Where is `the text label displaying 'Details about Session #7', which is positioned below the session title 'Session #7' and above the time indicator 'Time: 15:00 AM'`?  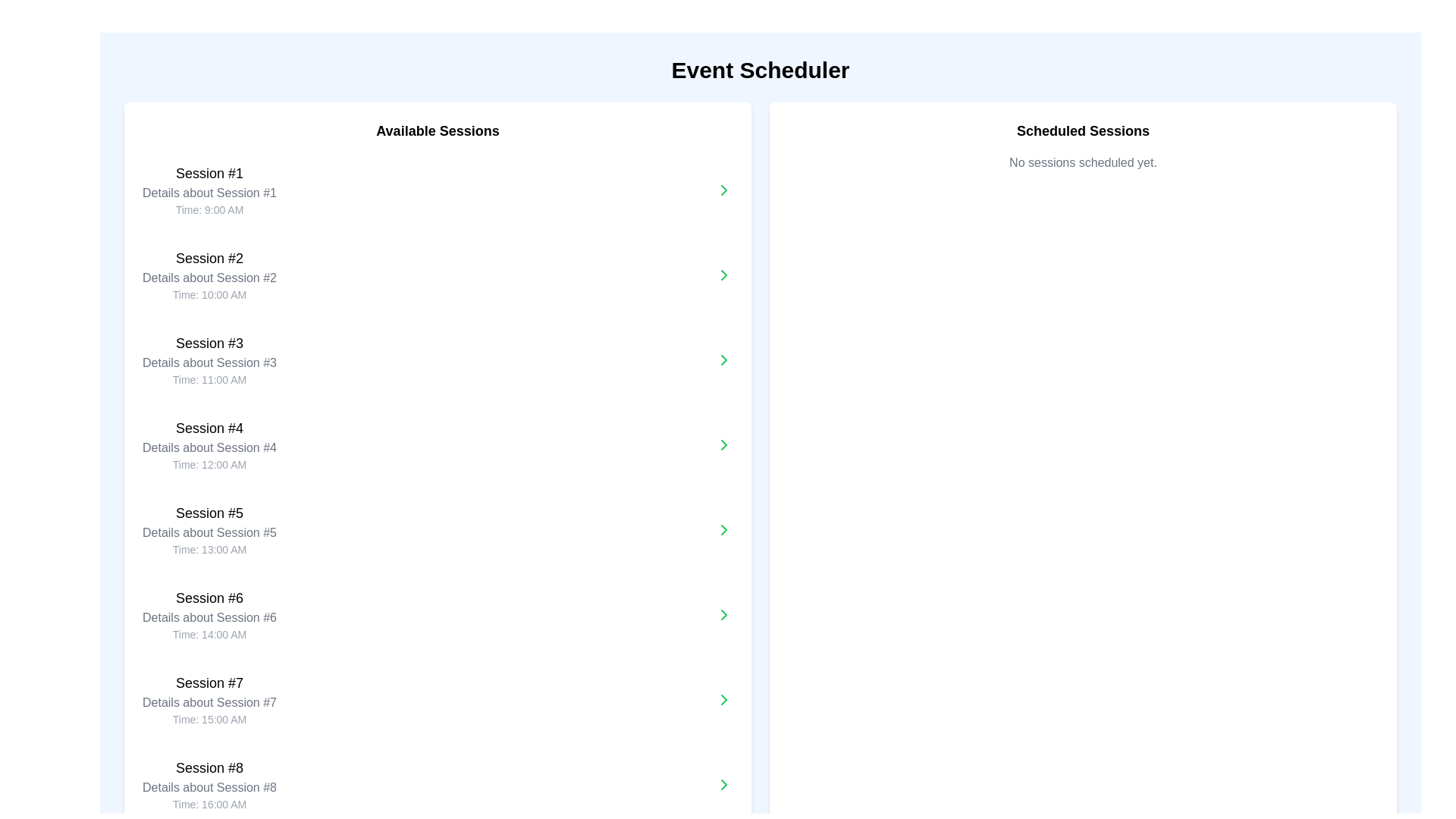
the text label displaying 'Details about Session #7', which is positioned below the session title 'Session #7' and above the time indicator 'Time: 15:00 AM' is located at coordinates (209, 702).